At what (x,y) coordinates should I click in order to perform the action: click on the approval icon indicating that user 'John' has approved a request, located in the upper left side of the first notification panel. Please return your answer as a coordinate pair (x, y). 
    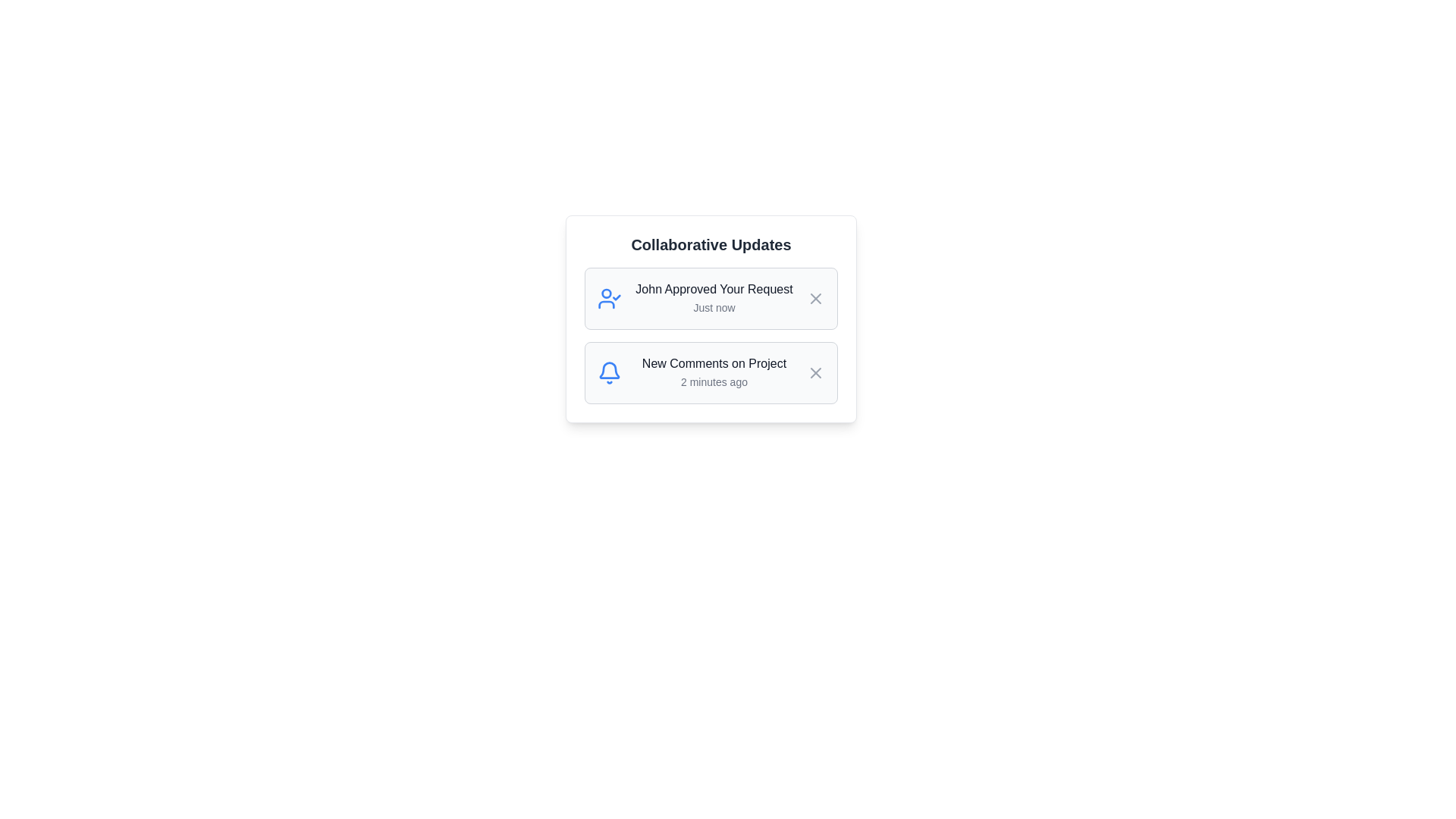
    Looking at the image, I should click on (610, 298).